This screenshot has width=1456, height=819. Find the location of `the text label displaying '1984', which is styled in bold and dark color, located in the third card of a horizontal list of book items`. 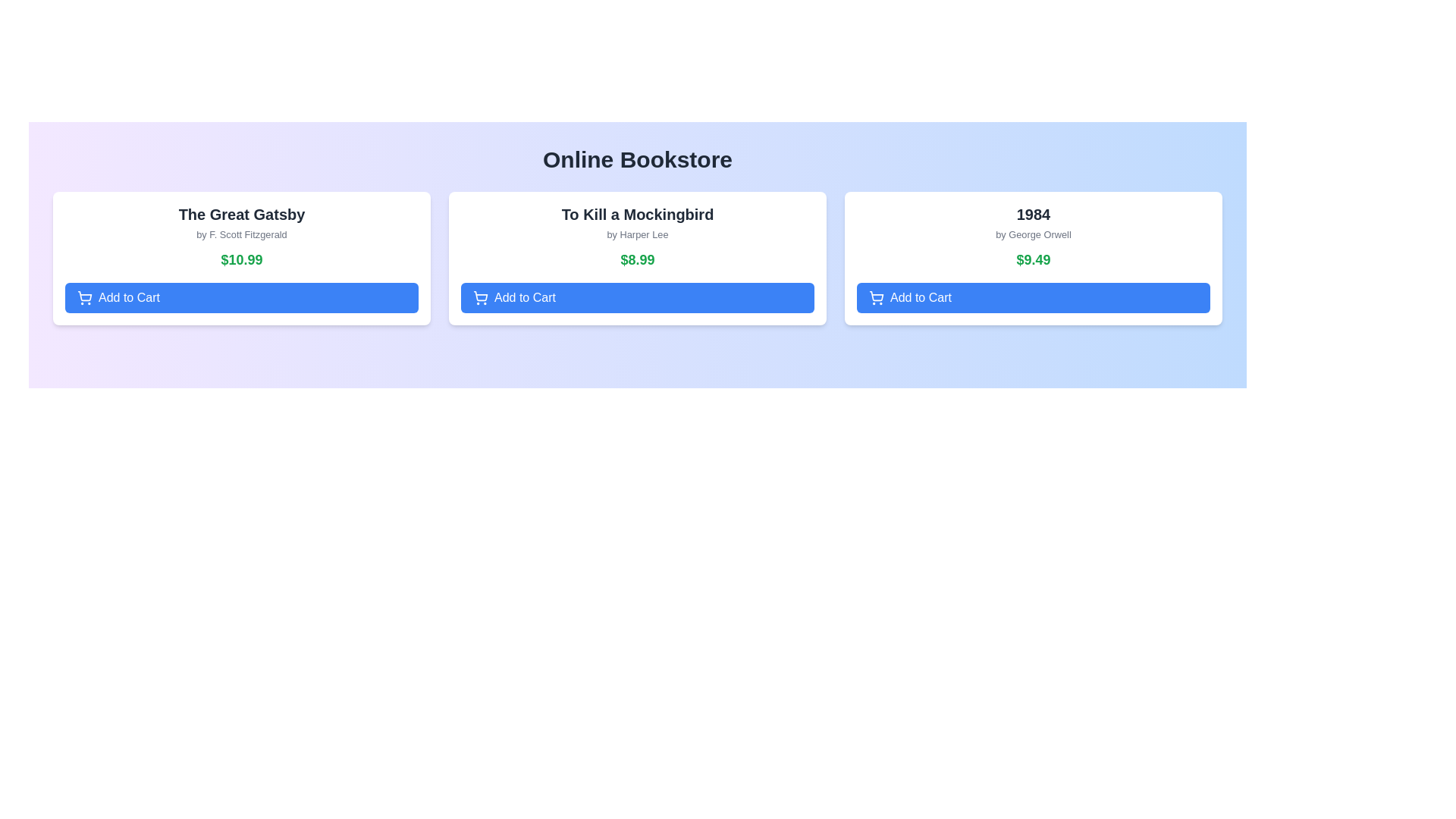

the text label displaying '1984', which is styled in bold and dark color, located in the third card of a horizontal list of book items is located at coordinates (1033, 214).